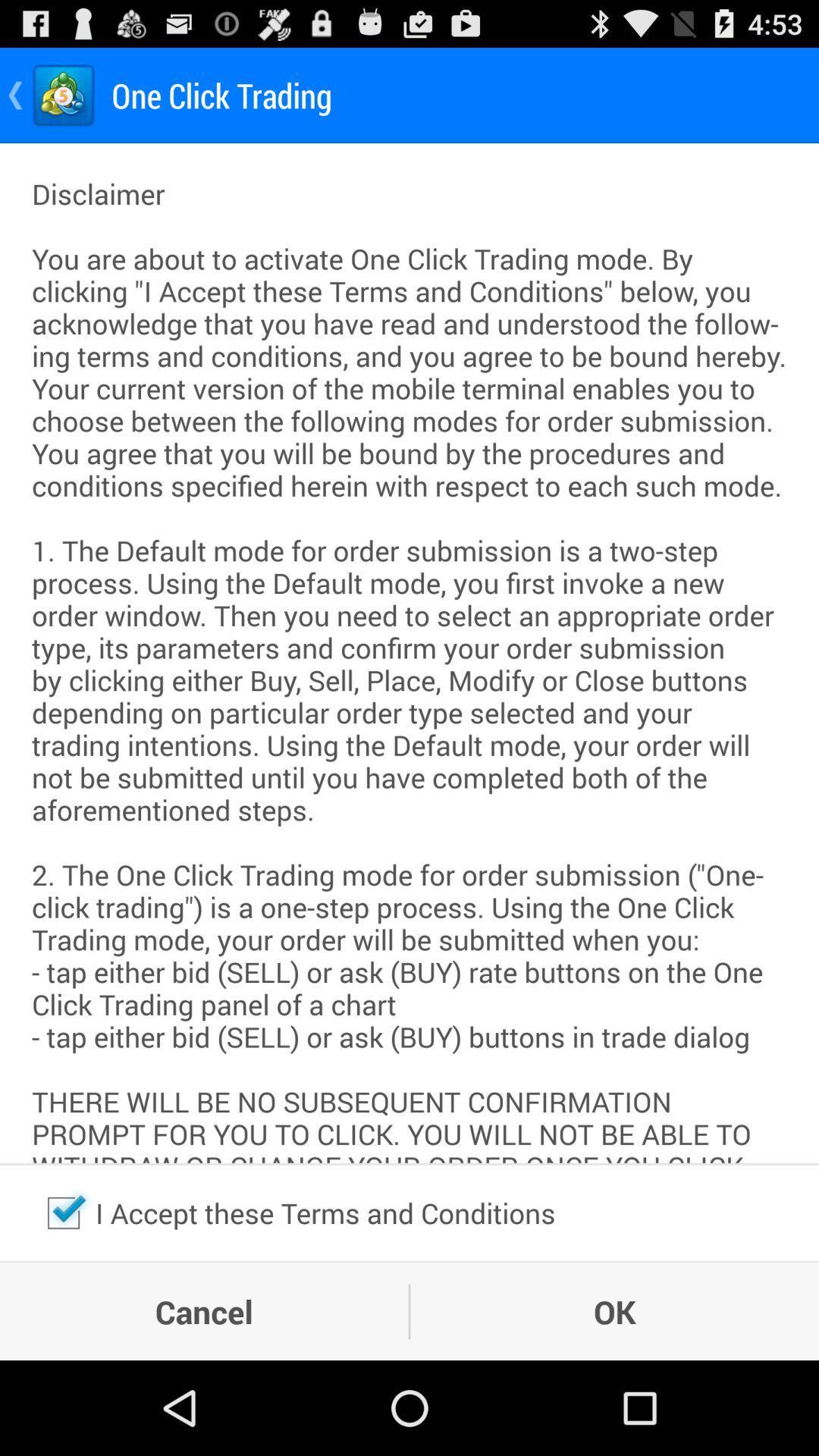  What do you see at coordinates (614, 1310) in the screenshot?
I see `item below i accept these icon` at bounding box center [614, 1310].